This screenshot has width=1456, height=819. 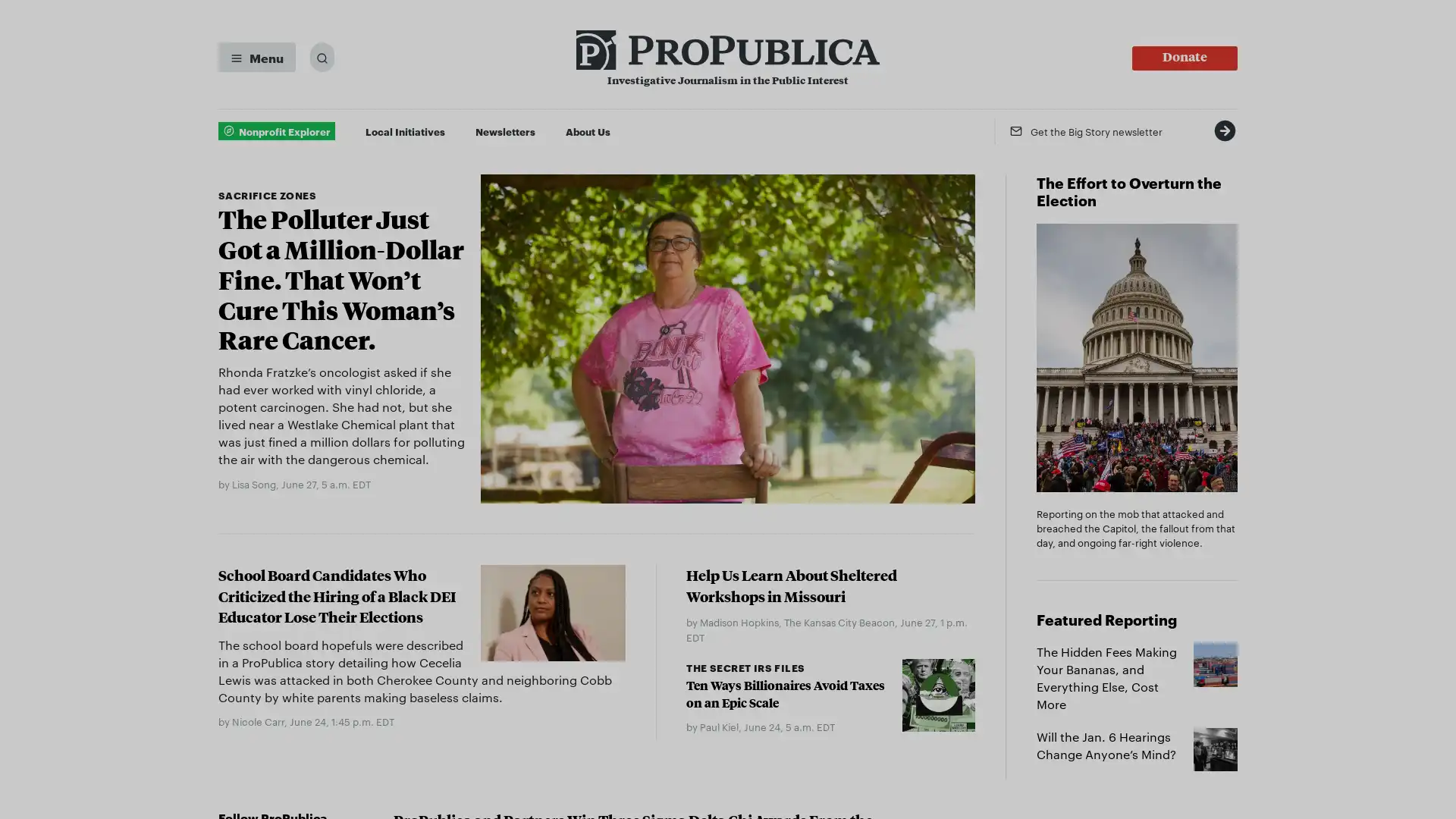 I want to click on Arrow Right, so click(x=1224, y=130).